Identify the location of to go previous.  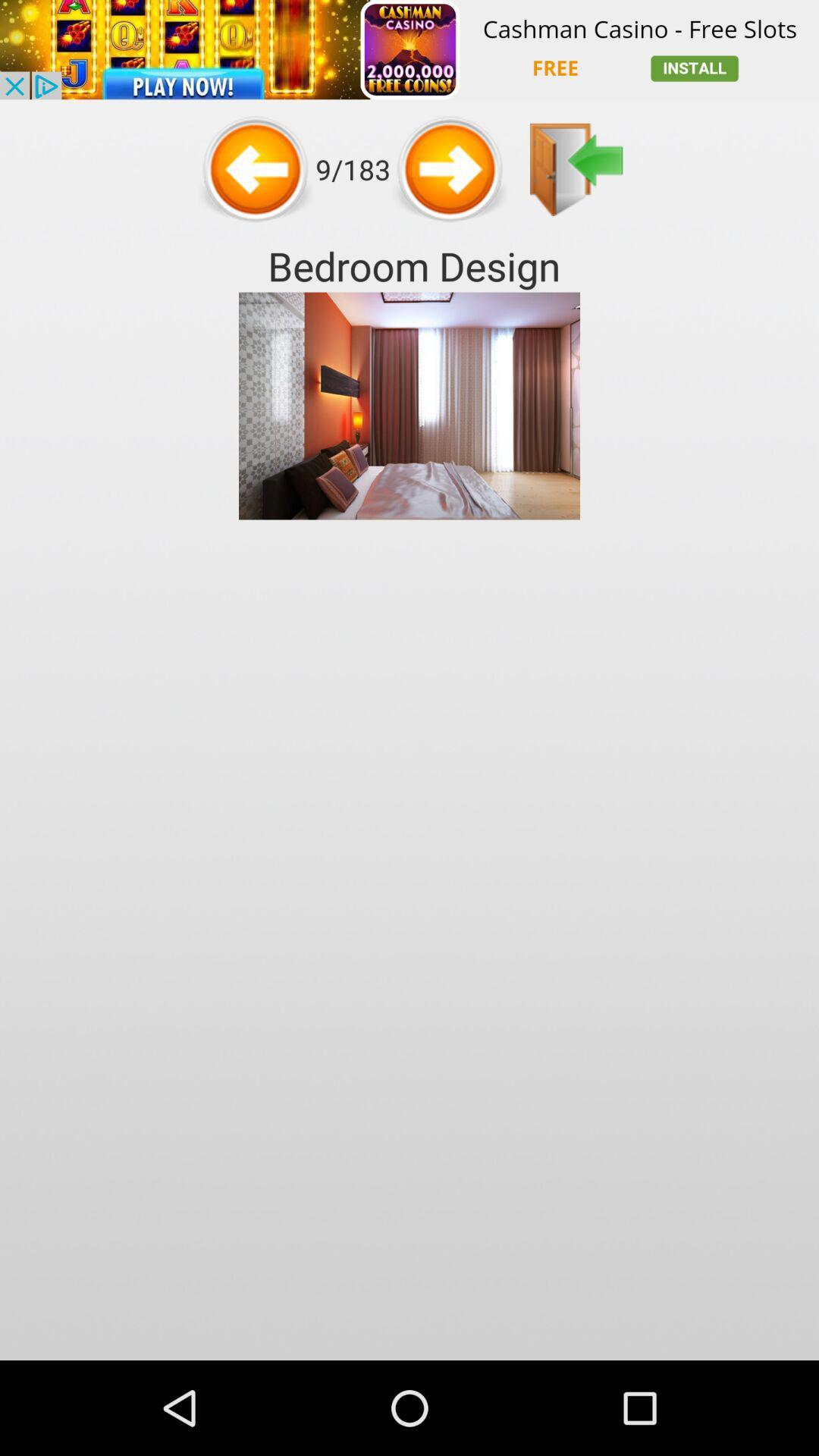
(450, 169).